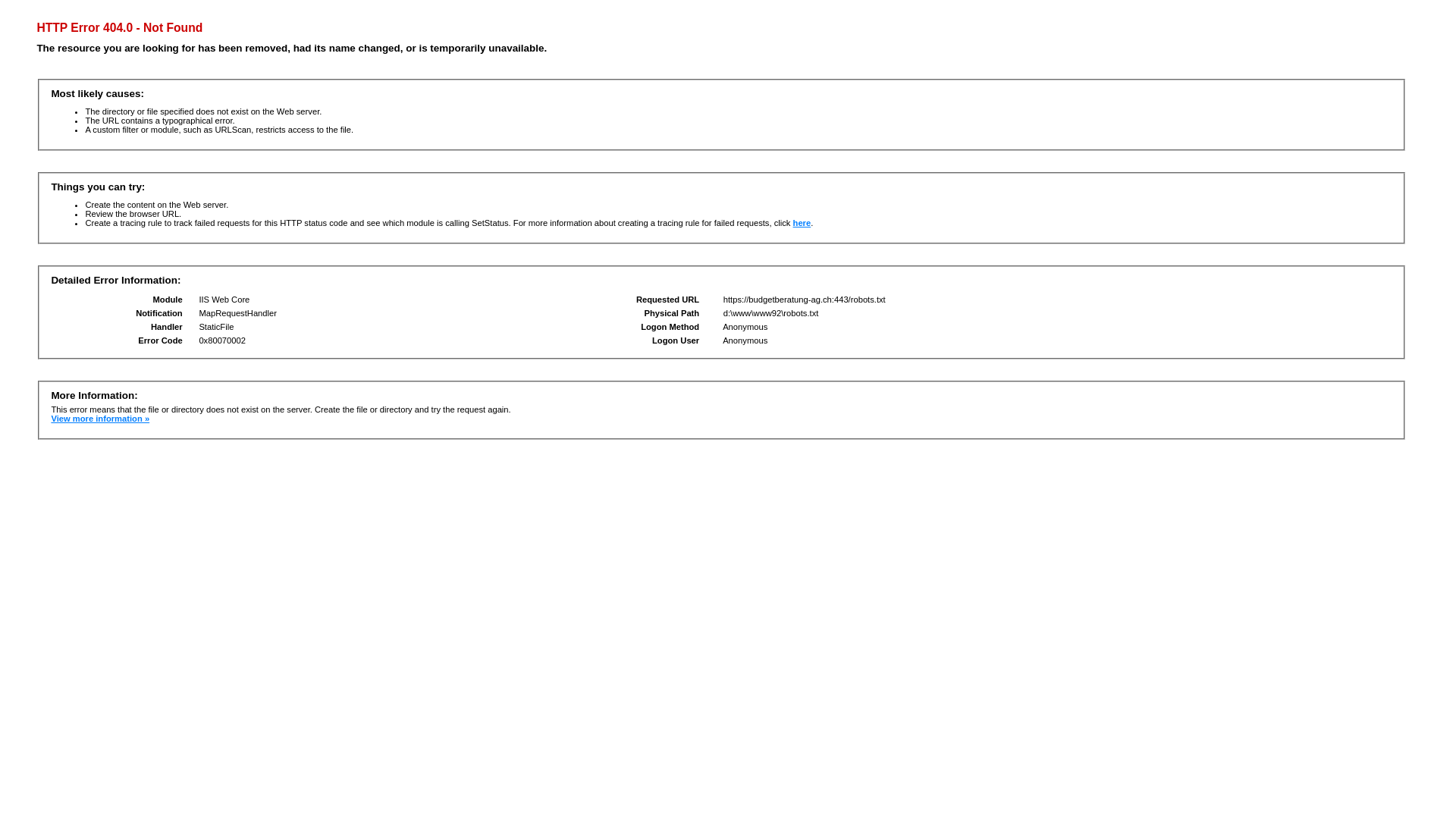 The height and width of the screenshot is (819, 1456). What do you see at coordinates (801, 222) in the screenshot?
I see `'here'` at bounding box center [801, 222].